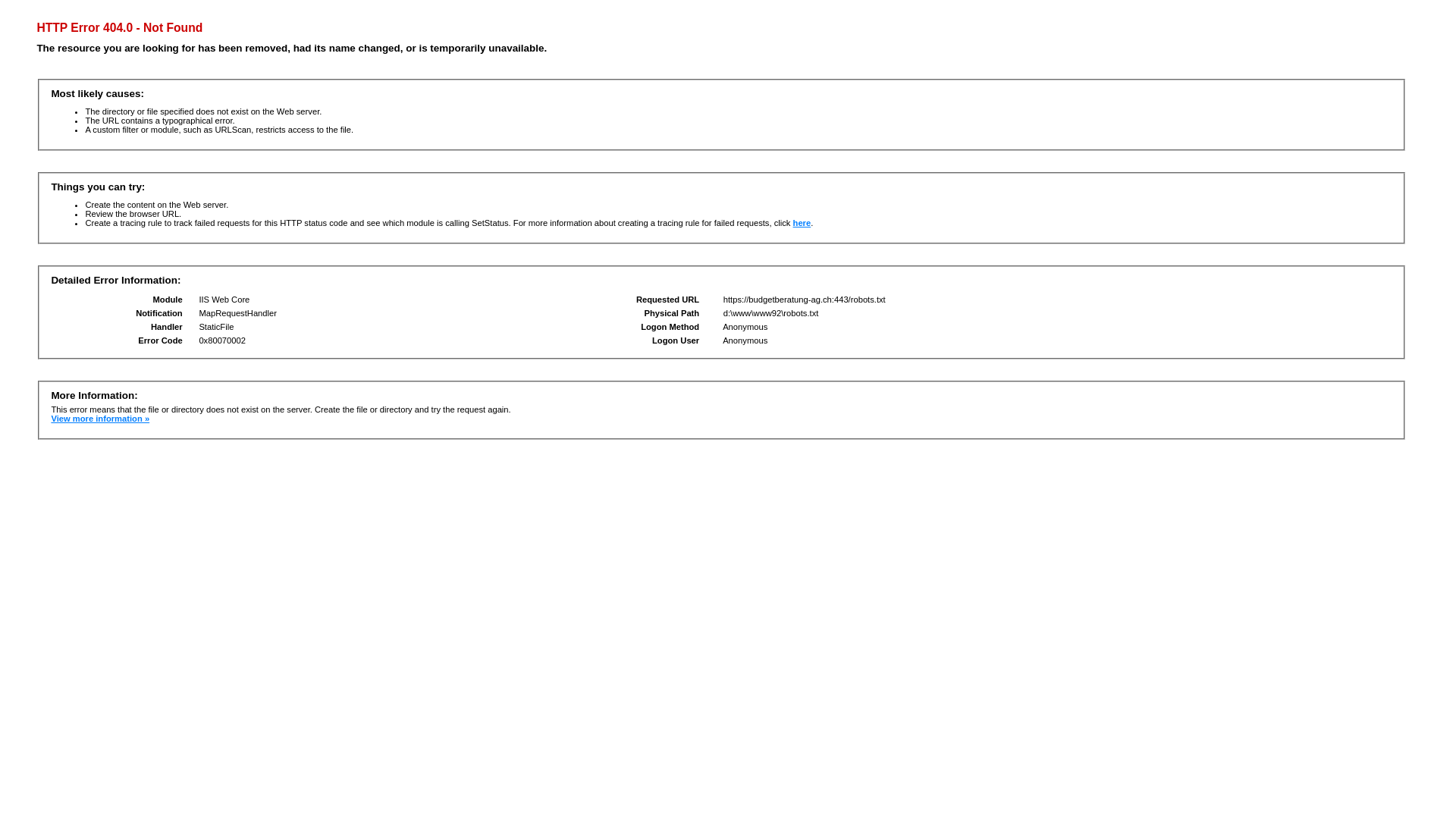 The height and width of the screenshot is (819, 1456). What do you see at coordinates (801, 222) in the screenshot?
I see `'here'` at bounding box center [801, 222].